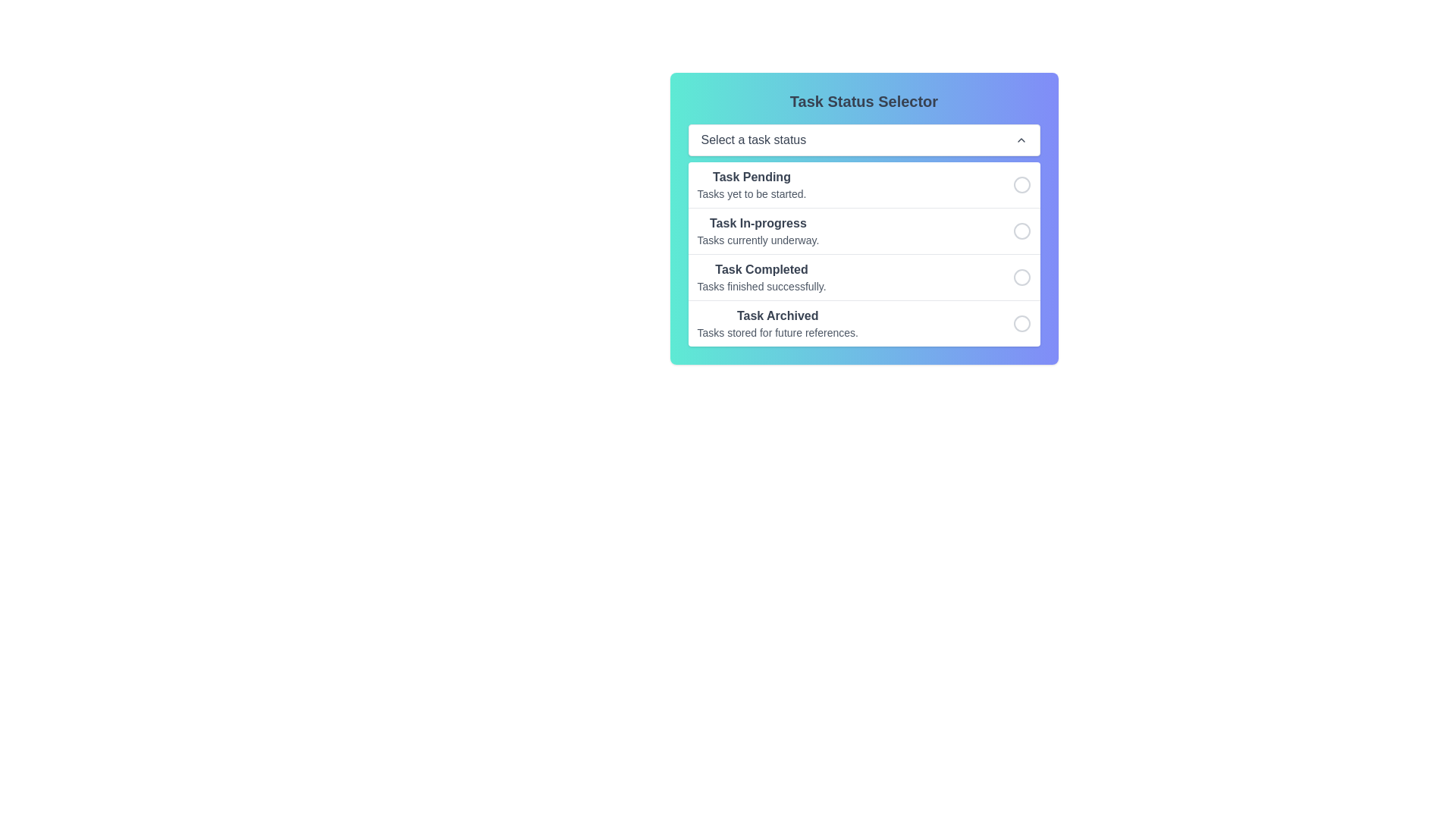 This screenshot has width=1456, height=819. What do you see at coordinates (1021, 231) in the screenshot?
I see `the second radio button for selecting the 'Task In-progress' option` at bounding box center [1021, 231].